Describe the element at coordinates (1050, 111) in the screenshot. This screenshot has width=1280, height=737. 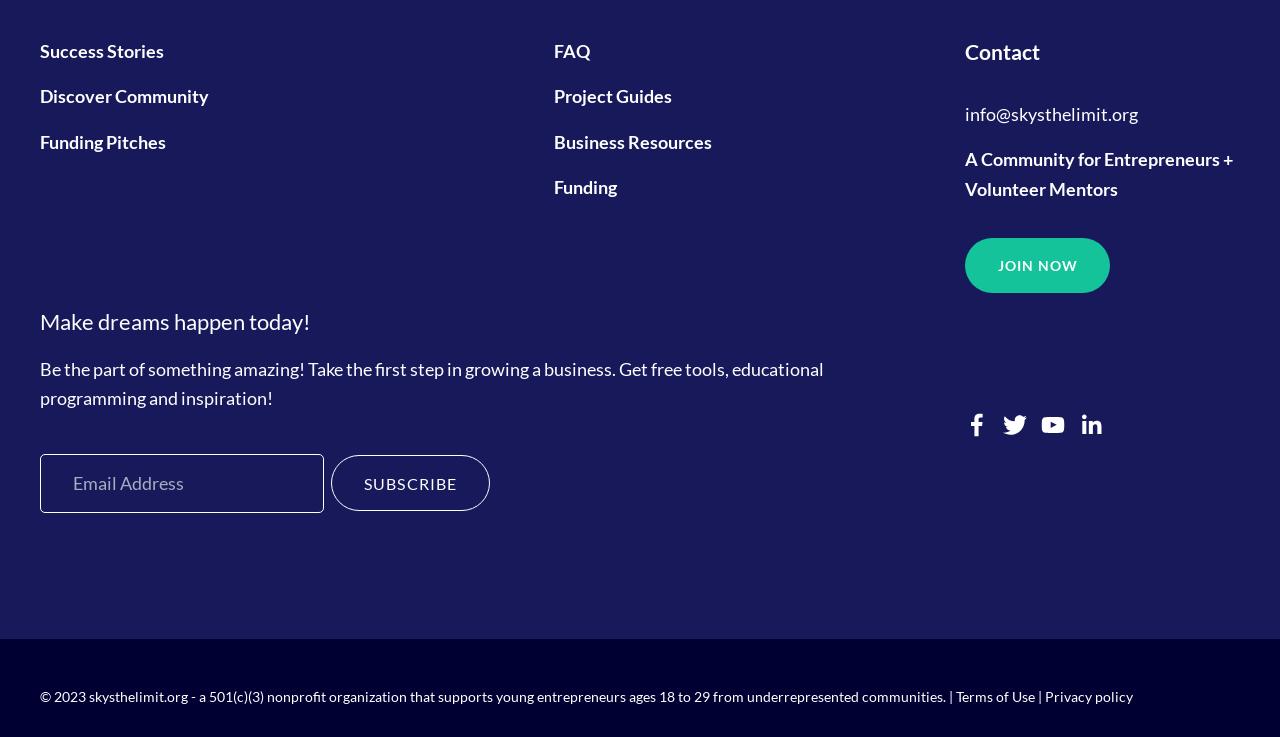
I see `'info@skysthelimit.org'` at that location.